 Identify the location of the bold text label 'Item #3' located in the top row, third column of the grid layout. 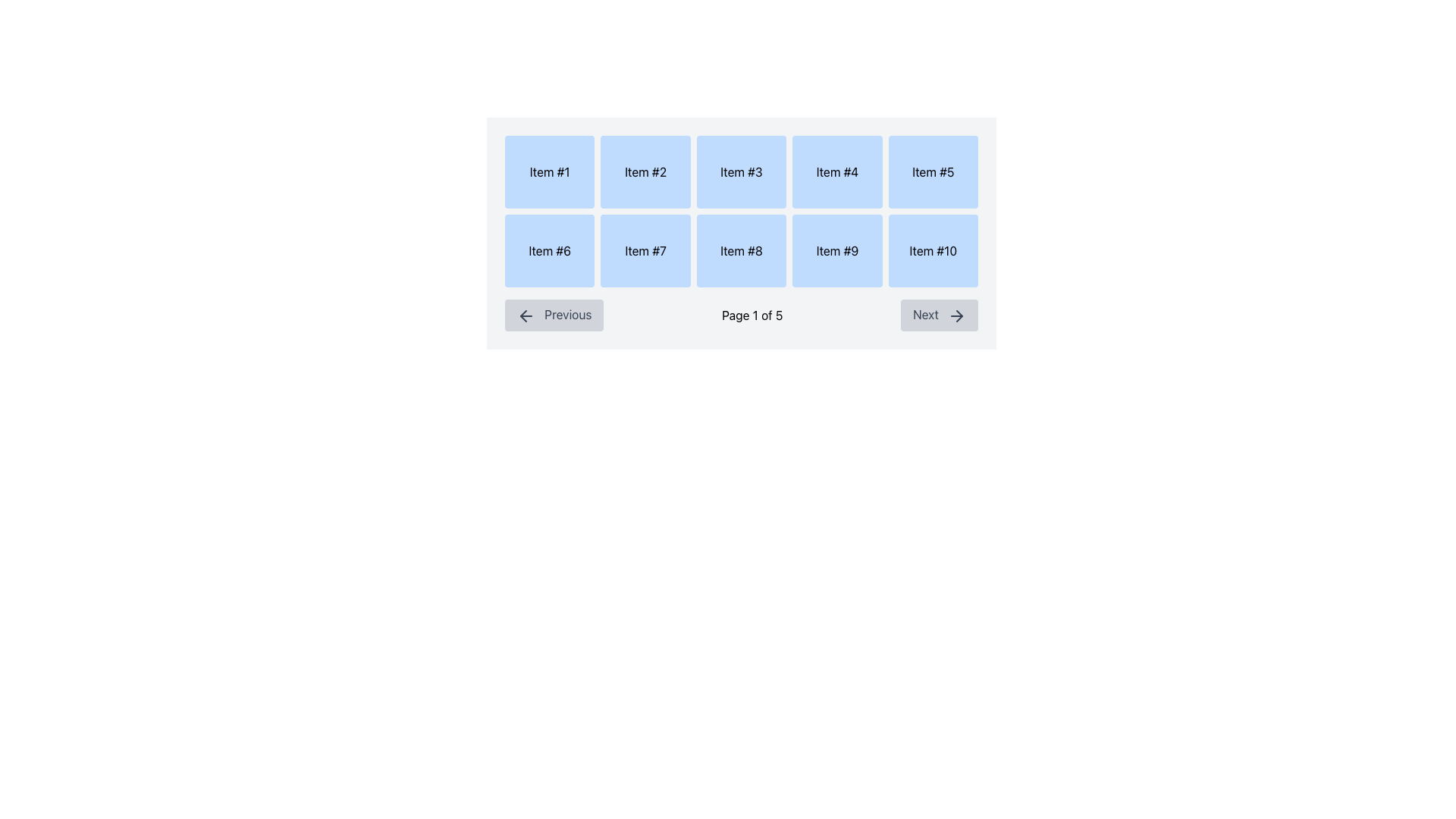
(742, 171).